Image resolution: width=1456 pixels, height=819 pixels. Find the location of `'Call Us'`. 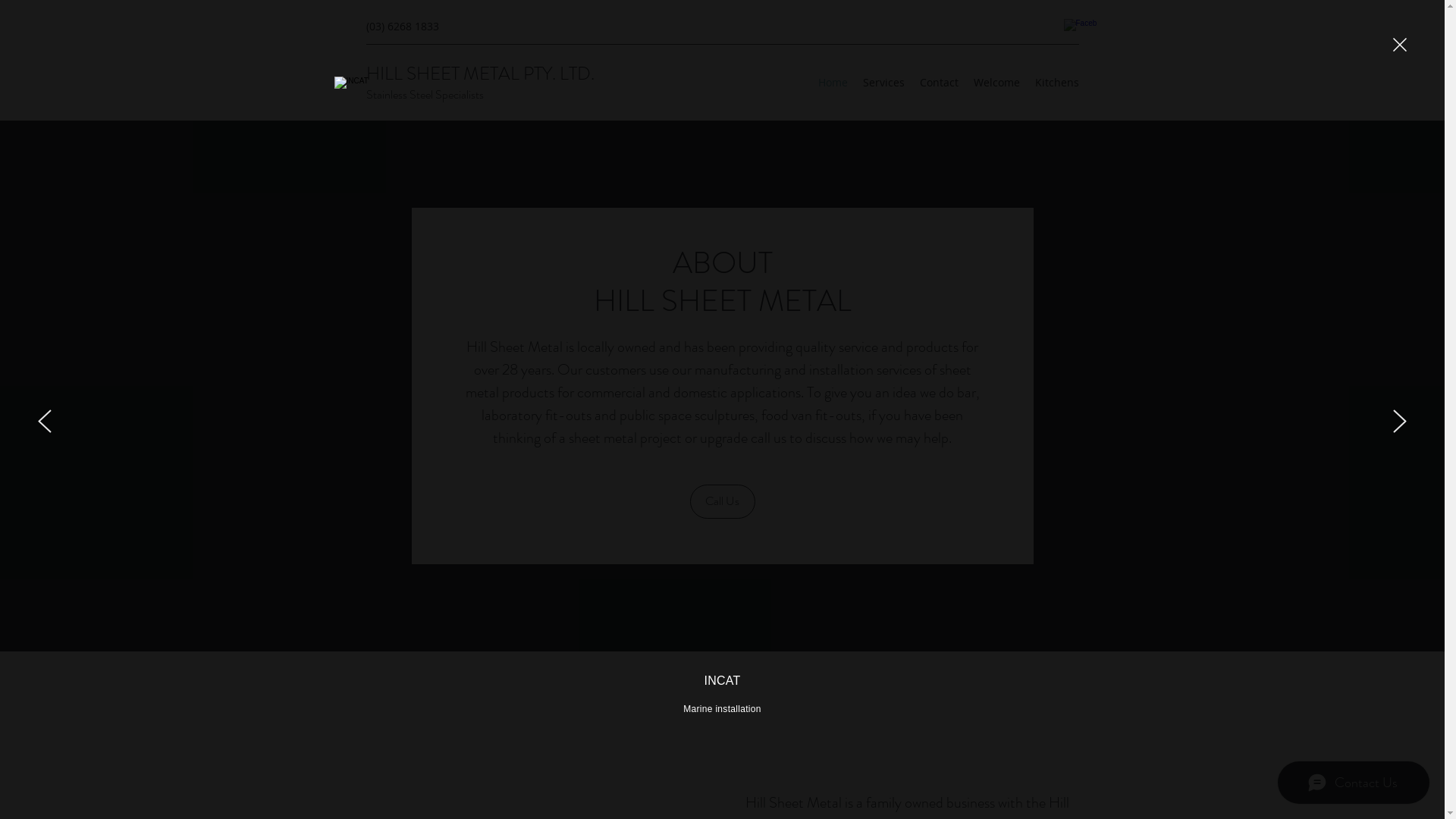

'Call Us' is located at coordinates (722, 501).